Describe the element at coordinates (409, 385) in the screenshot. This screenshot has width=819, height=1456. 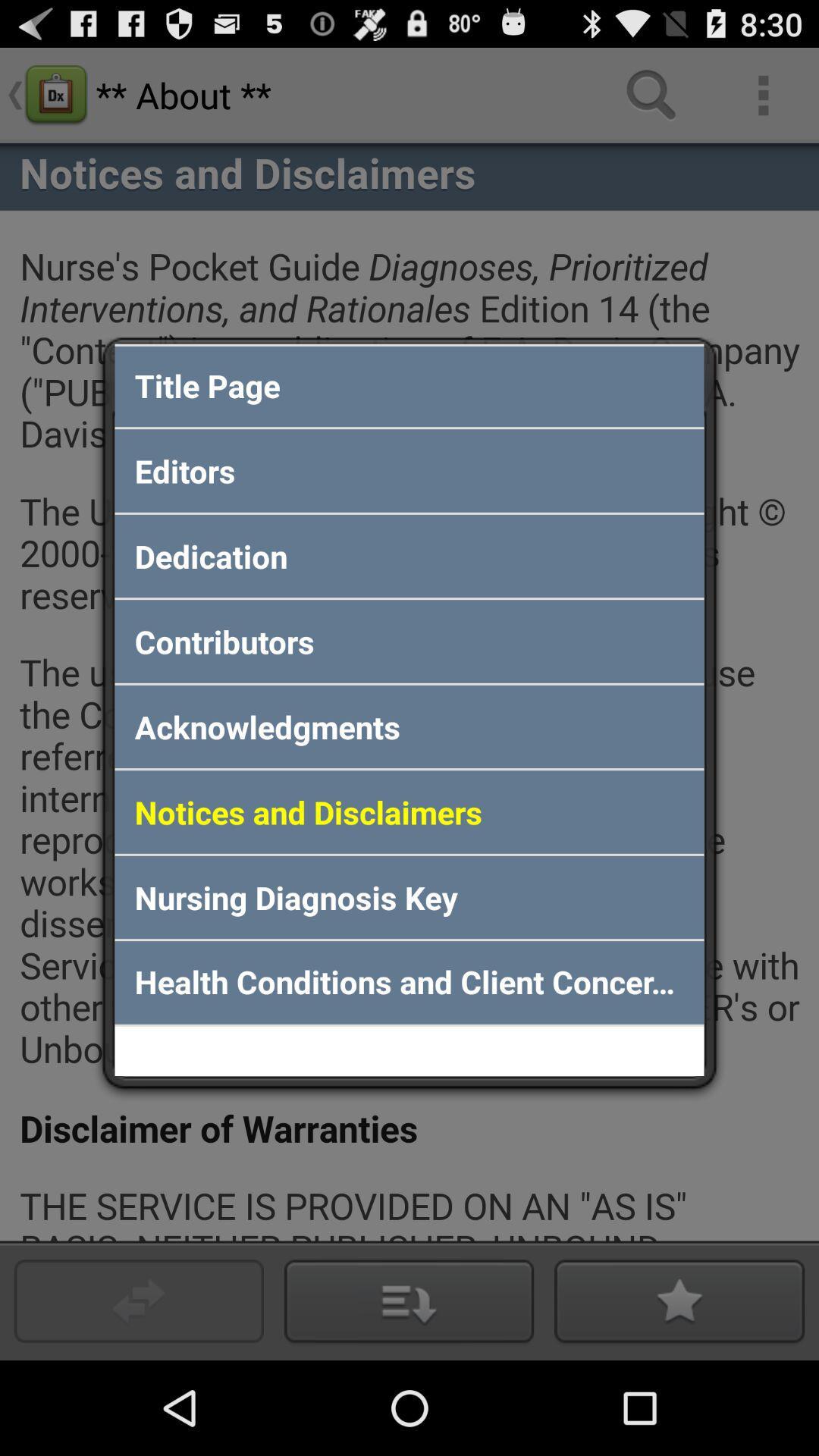
I see `icon above editors item` at that location.